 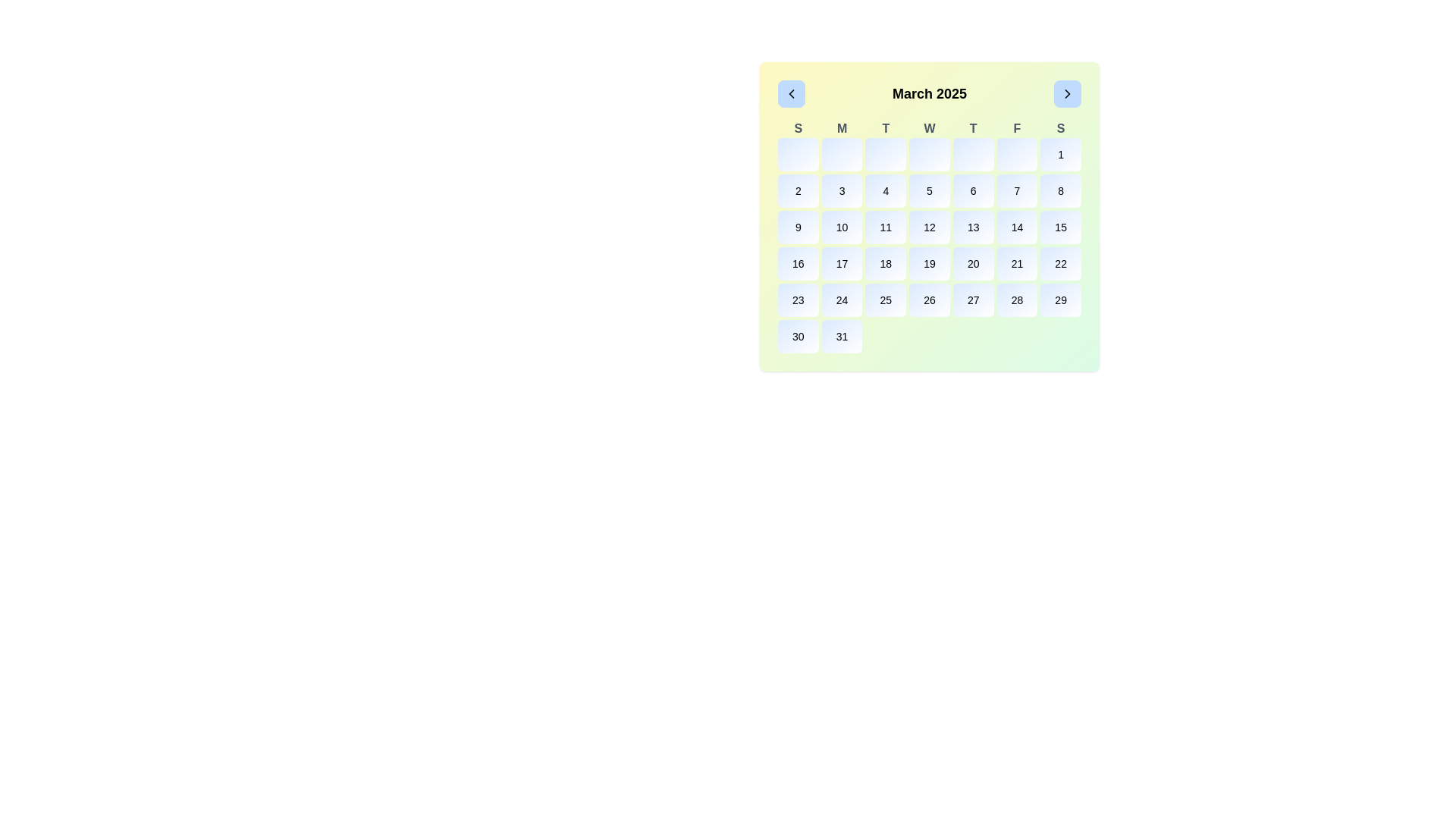 What do you see at coordinates (1066, 93) in the screenshot?
I see `the arrow icon located within the navigation button at the top-right corner of the calendar interface, adjacent to the 'March 2025' text, to enhance accessibility` at bounding box center [1066, 93].